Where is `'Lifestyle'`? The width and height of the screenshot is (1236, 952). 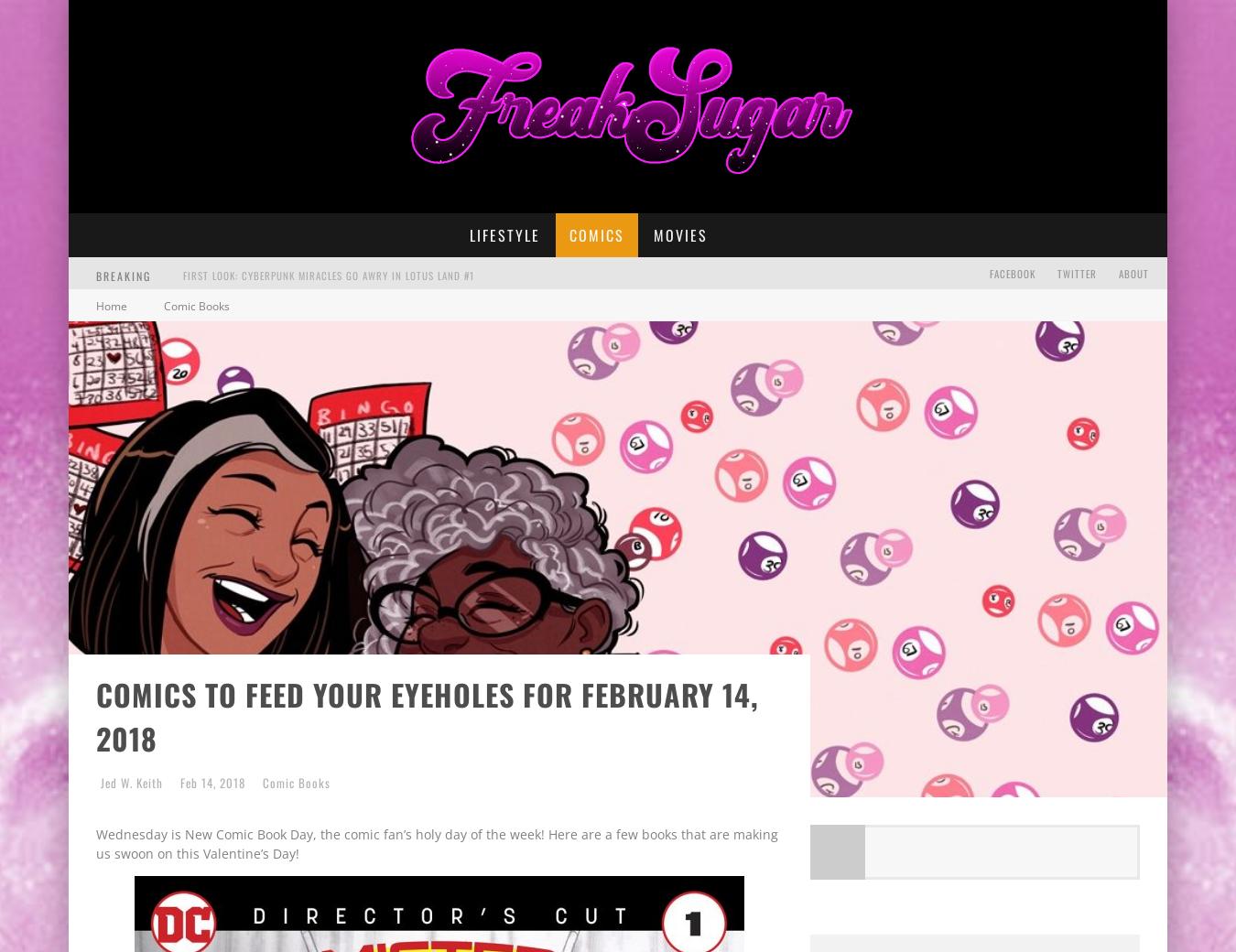
'Lifestyle' is located at coordinates (503, 234).